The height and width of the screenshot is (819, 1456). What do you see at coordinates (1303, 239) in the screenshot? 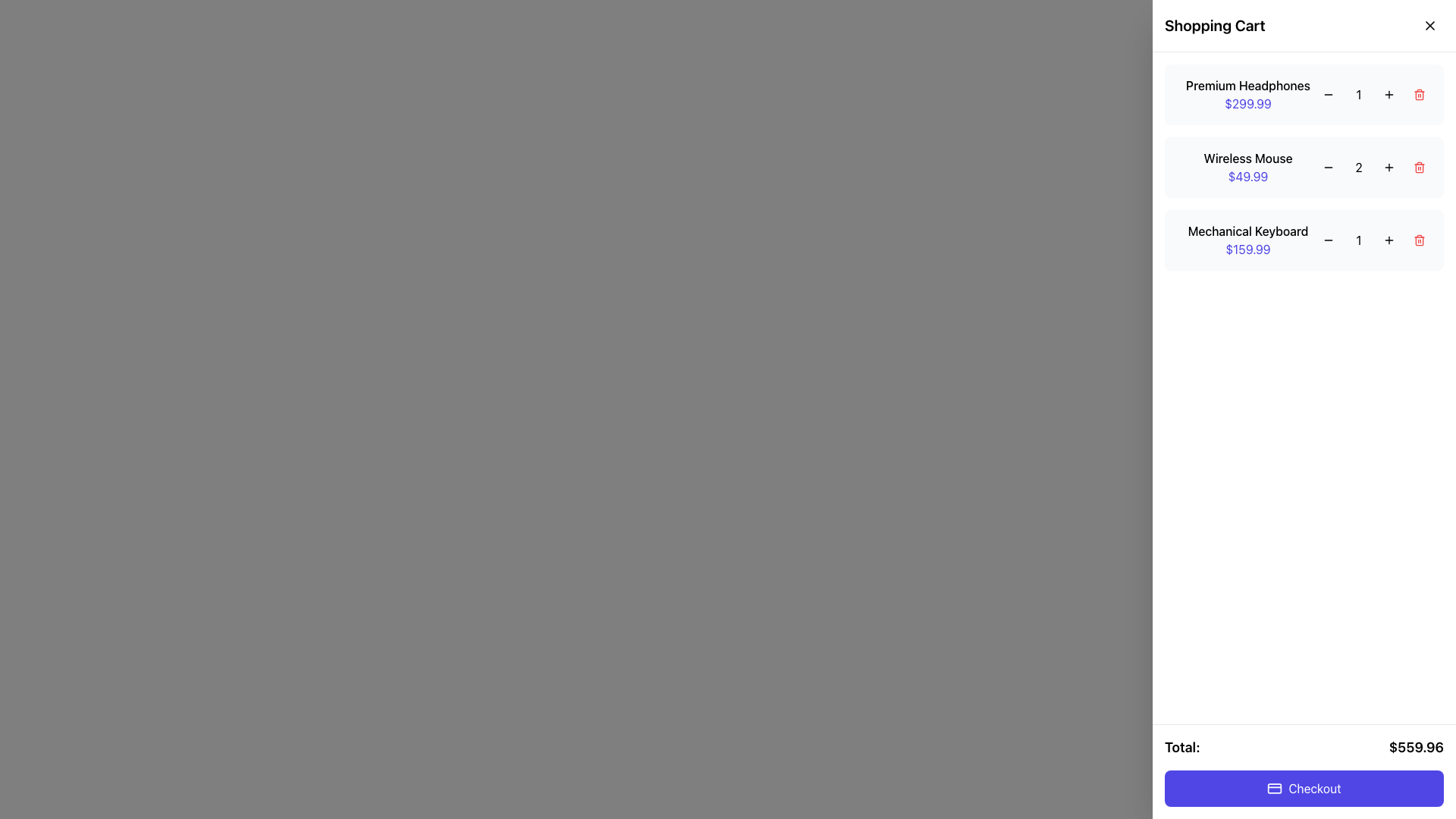
I see `the third item in the shopping cart list, which allows for adjusting the product's quantity or removal` at bounding box center [1303, 239].